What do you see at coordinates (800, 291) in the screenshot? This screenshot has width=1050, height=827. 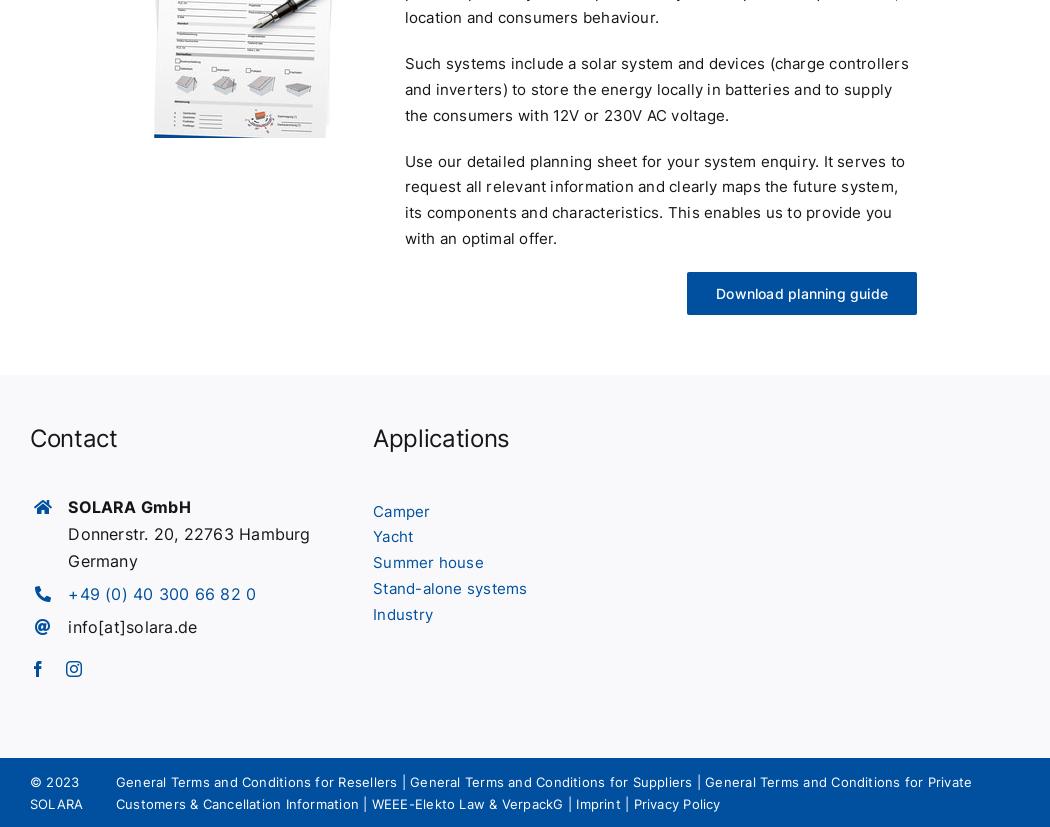 I see `'Download planning guide'` at bounding box center [800, 291].